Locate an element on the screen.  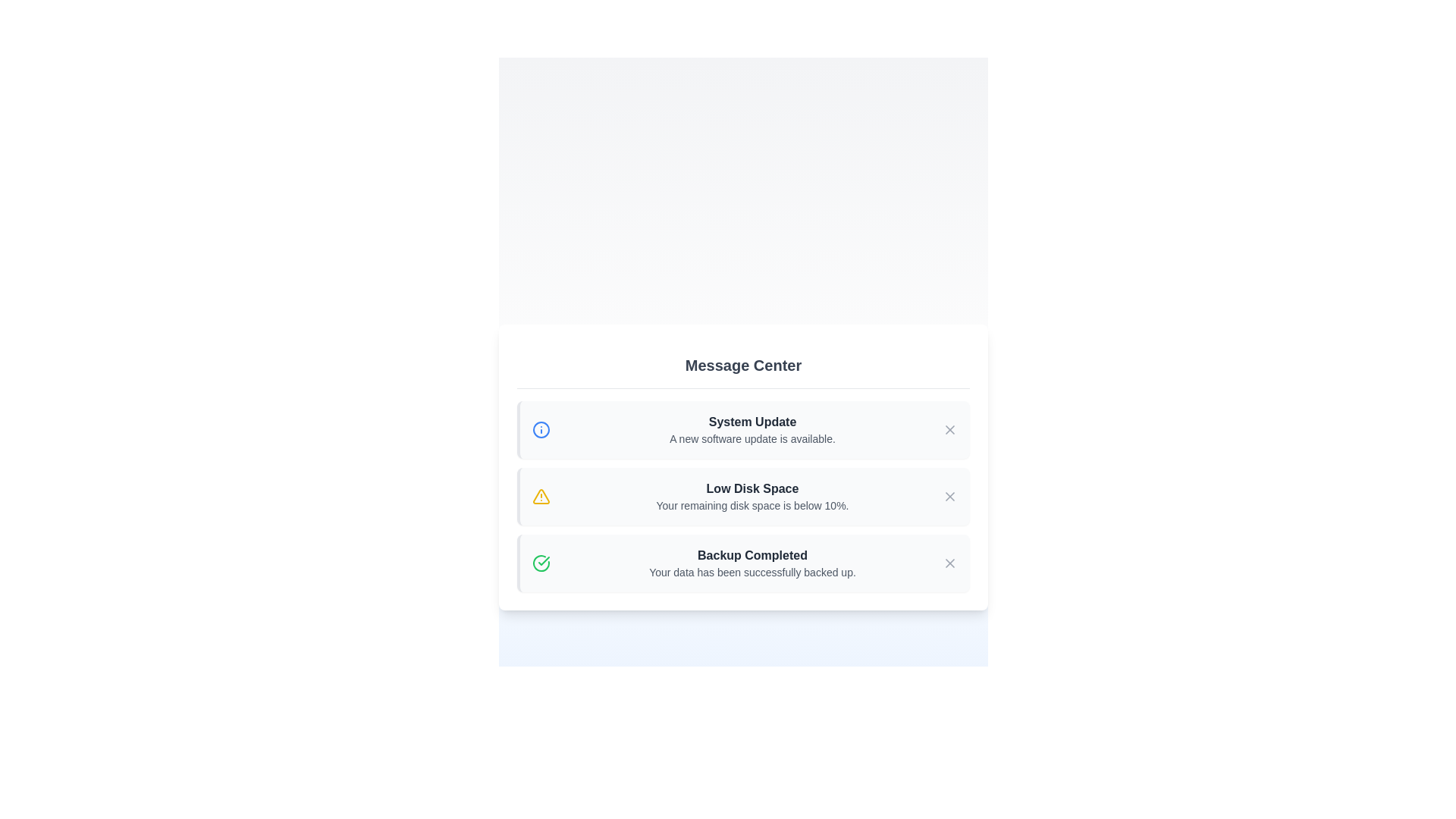
the dismiss button for the 'Low Disk Space' notification to allow for accessibility interactions is located at coordinates (949, 496).